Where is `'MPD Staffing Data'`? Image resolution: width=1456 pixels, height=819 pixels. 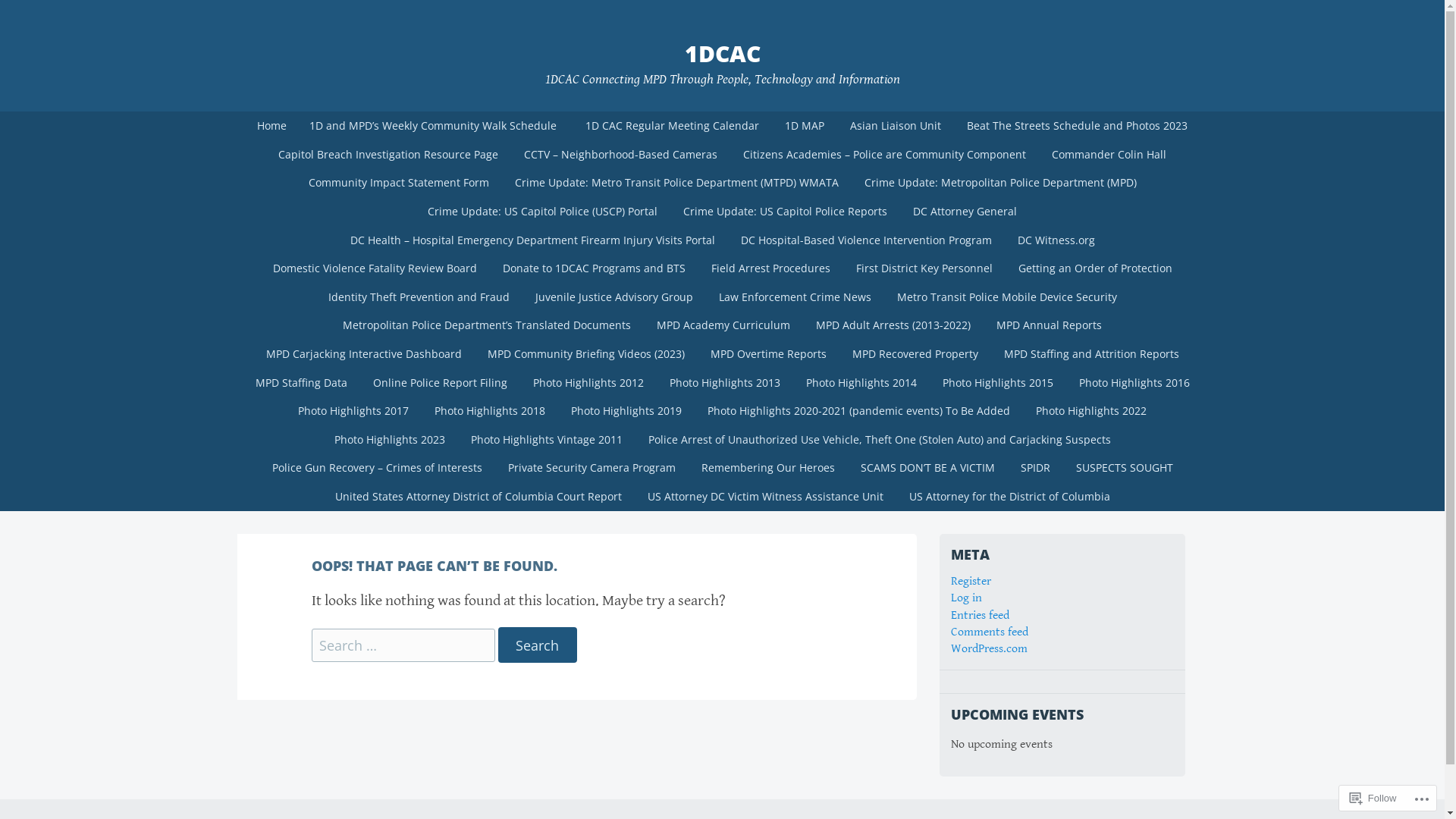
'MPD Staffing Data' is located at coordinates (301, 382).